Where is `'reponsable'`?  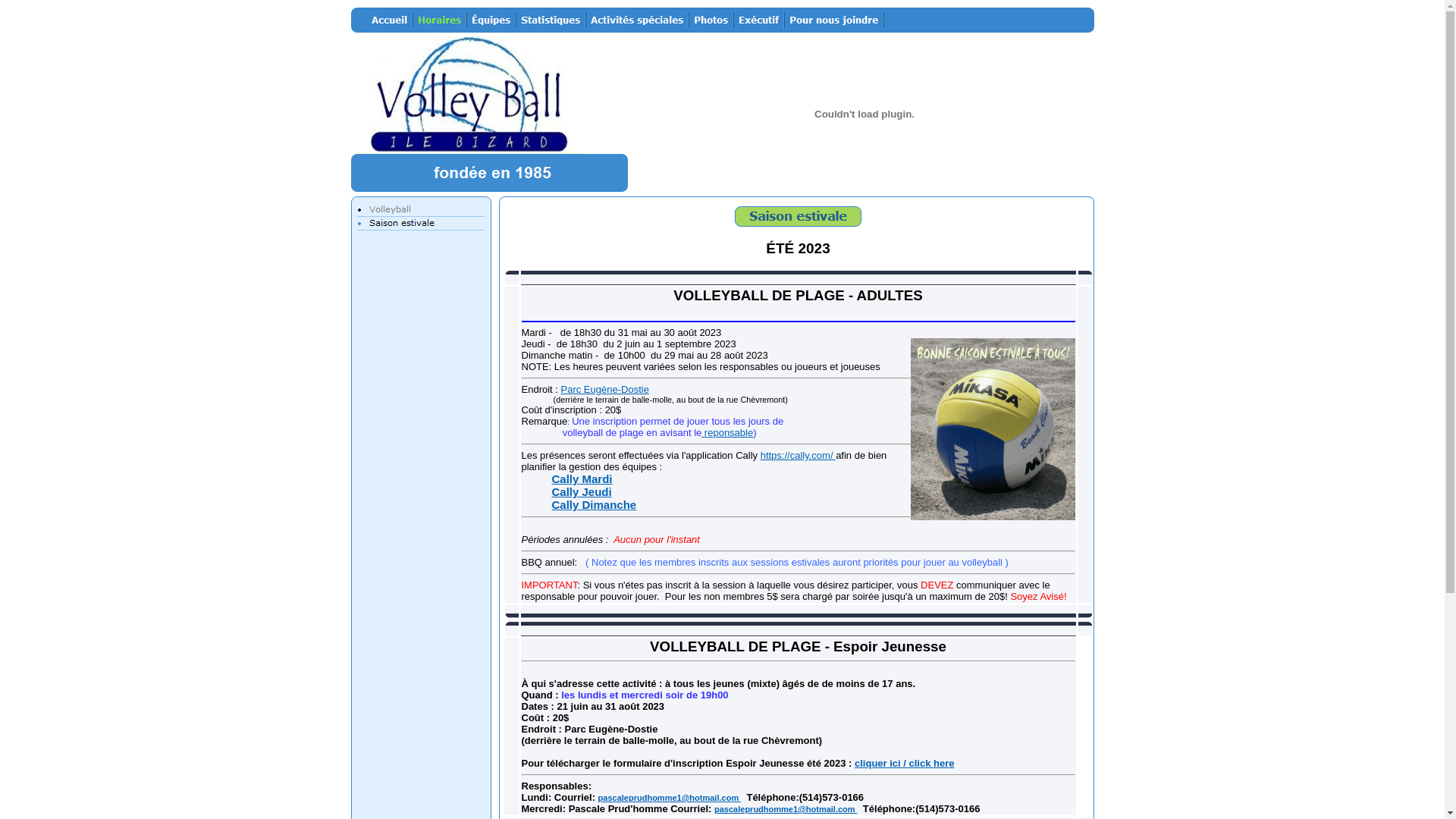 'reponsable' is located at coordinates (726, 432).